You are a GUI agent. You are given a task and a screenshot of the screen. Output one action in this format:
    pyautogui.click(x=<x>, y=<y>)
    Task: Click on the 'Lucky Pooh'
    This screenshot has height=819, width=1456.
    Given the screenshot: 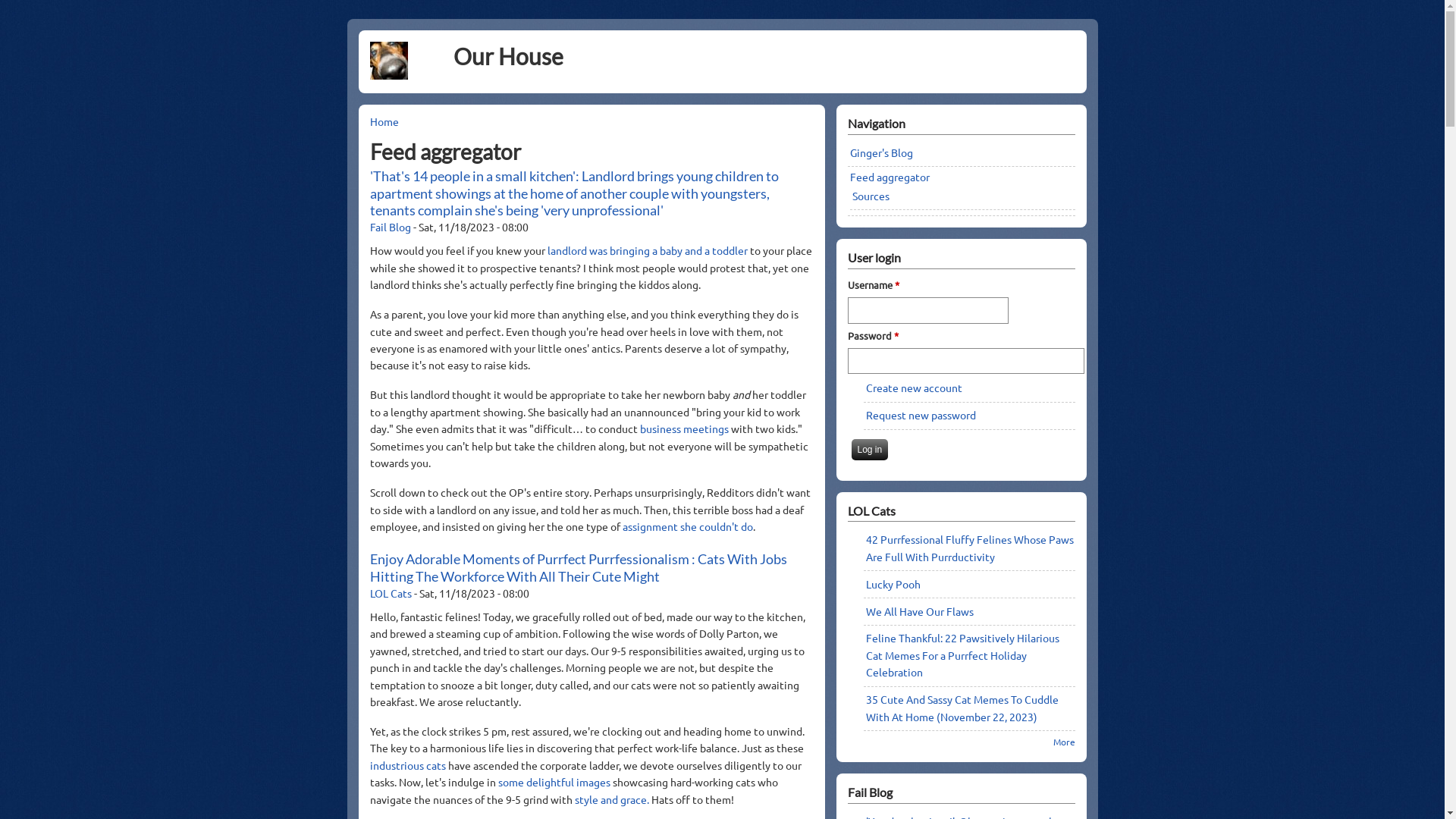 What is the action you would take?
    pyautogui.click(x=893, y=583)
    